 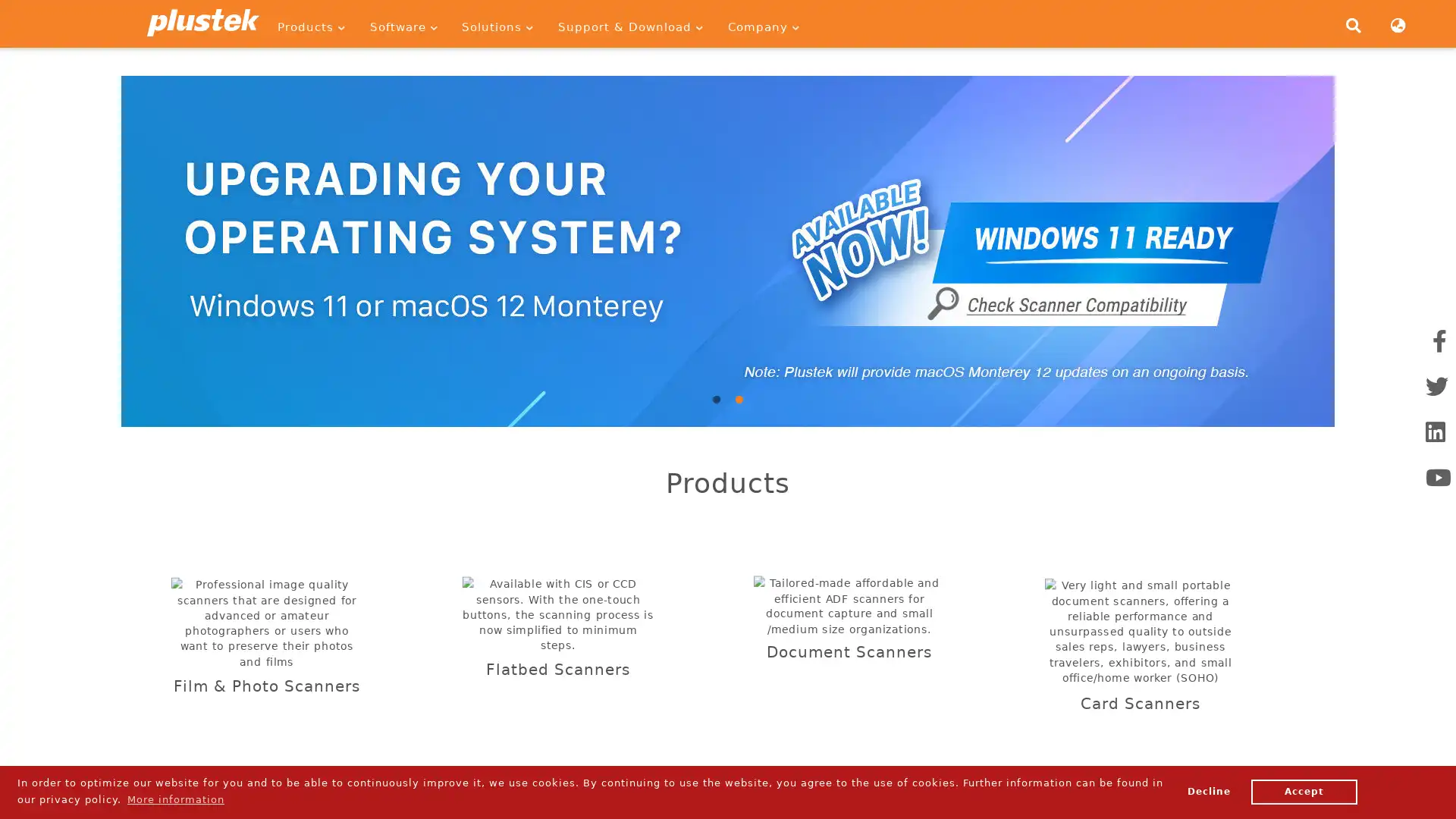 What do you see at coordinates (175, 799) in the screenshot?
I see `learn more about cookies` at bounding box center [175, 799].